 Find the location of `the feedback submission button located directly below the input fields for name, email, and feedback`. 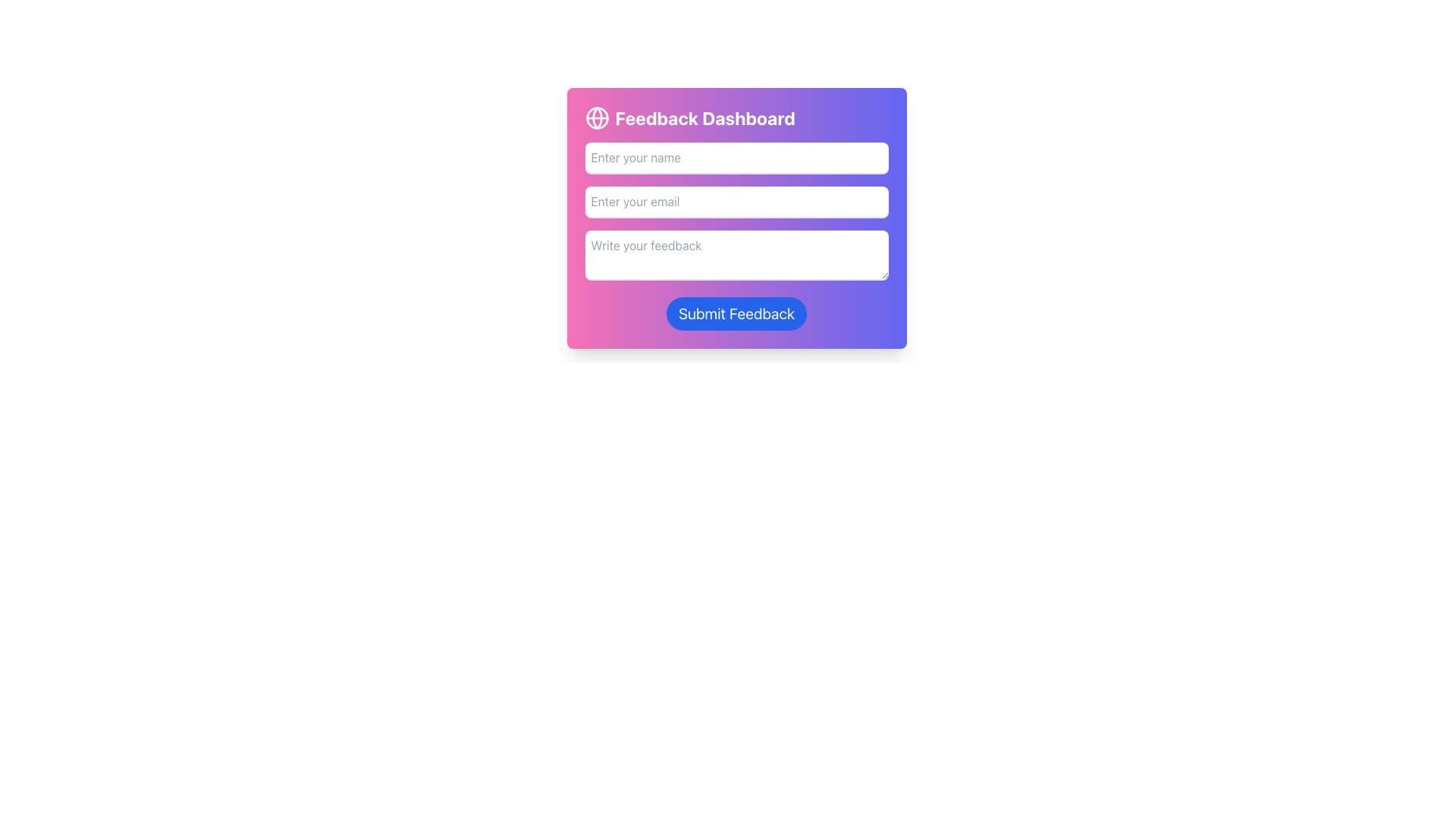

the feedback submission button located directly below the input fields for name, email, and feedback is located at coordinates (736, 312).